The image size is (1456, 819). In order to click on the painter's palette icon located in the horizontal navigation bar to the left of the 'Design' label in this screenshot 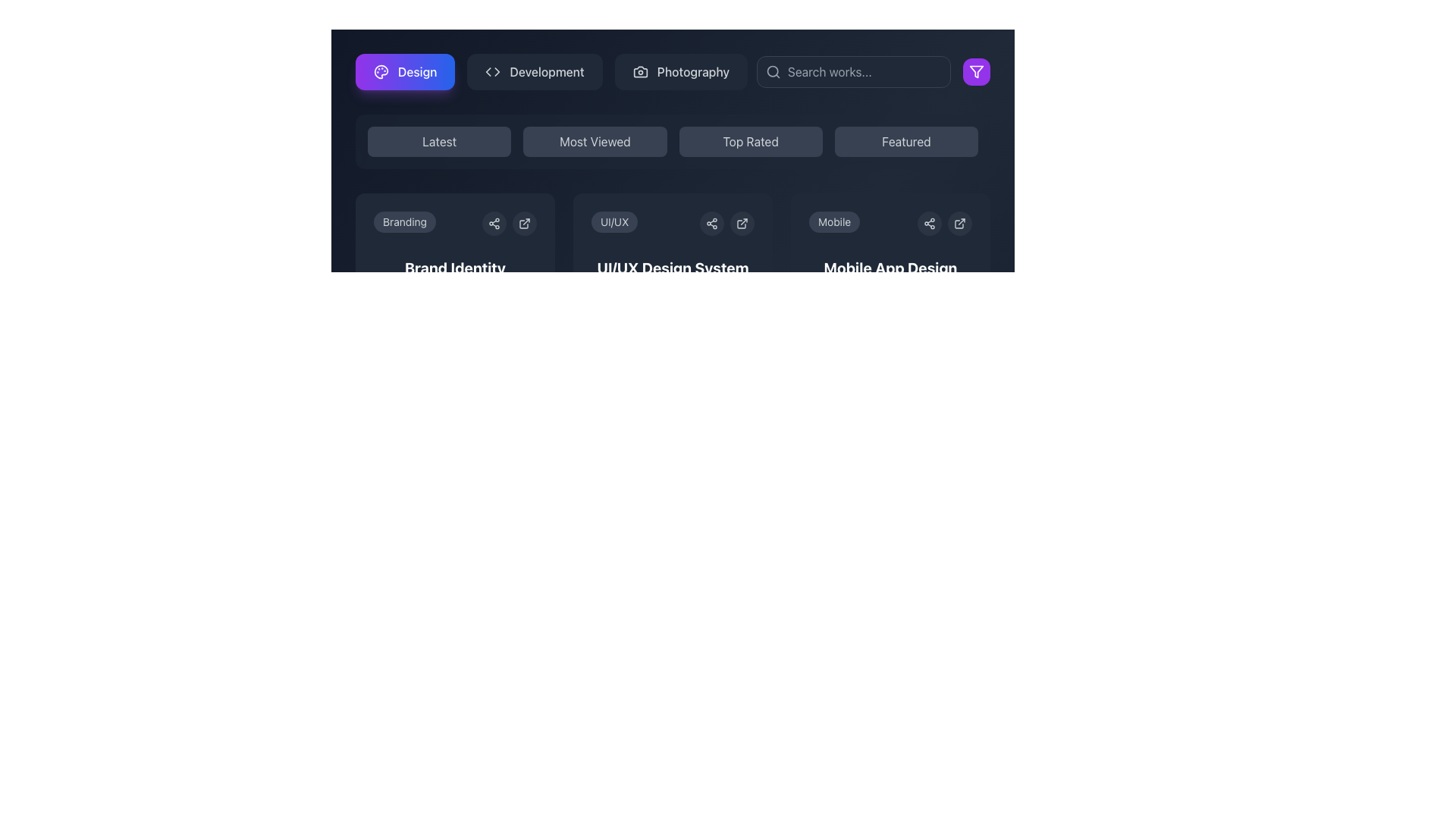, I will do `click(381, 72)`.